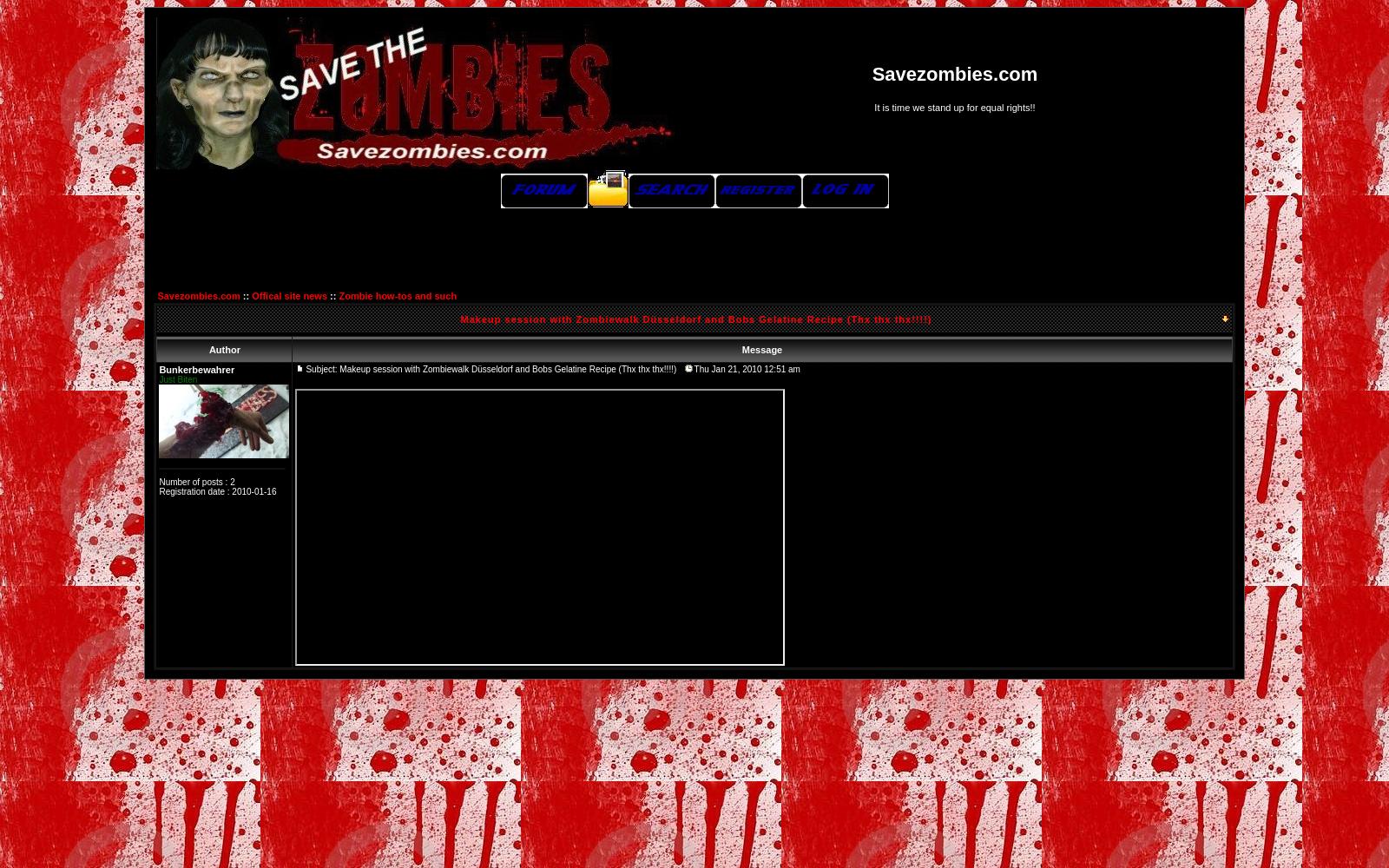 The width and height of the screenshot is (1389, 868). Describe the element at coordinates (232, 482) in the screenshot. I see `'2'` at that location.